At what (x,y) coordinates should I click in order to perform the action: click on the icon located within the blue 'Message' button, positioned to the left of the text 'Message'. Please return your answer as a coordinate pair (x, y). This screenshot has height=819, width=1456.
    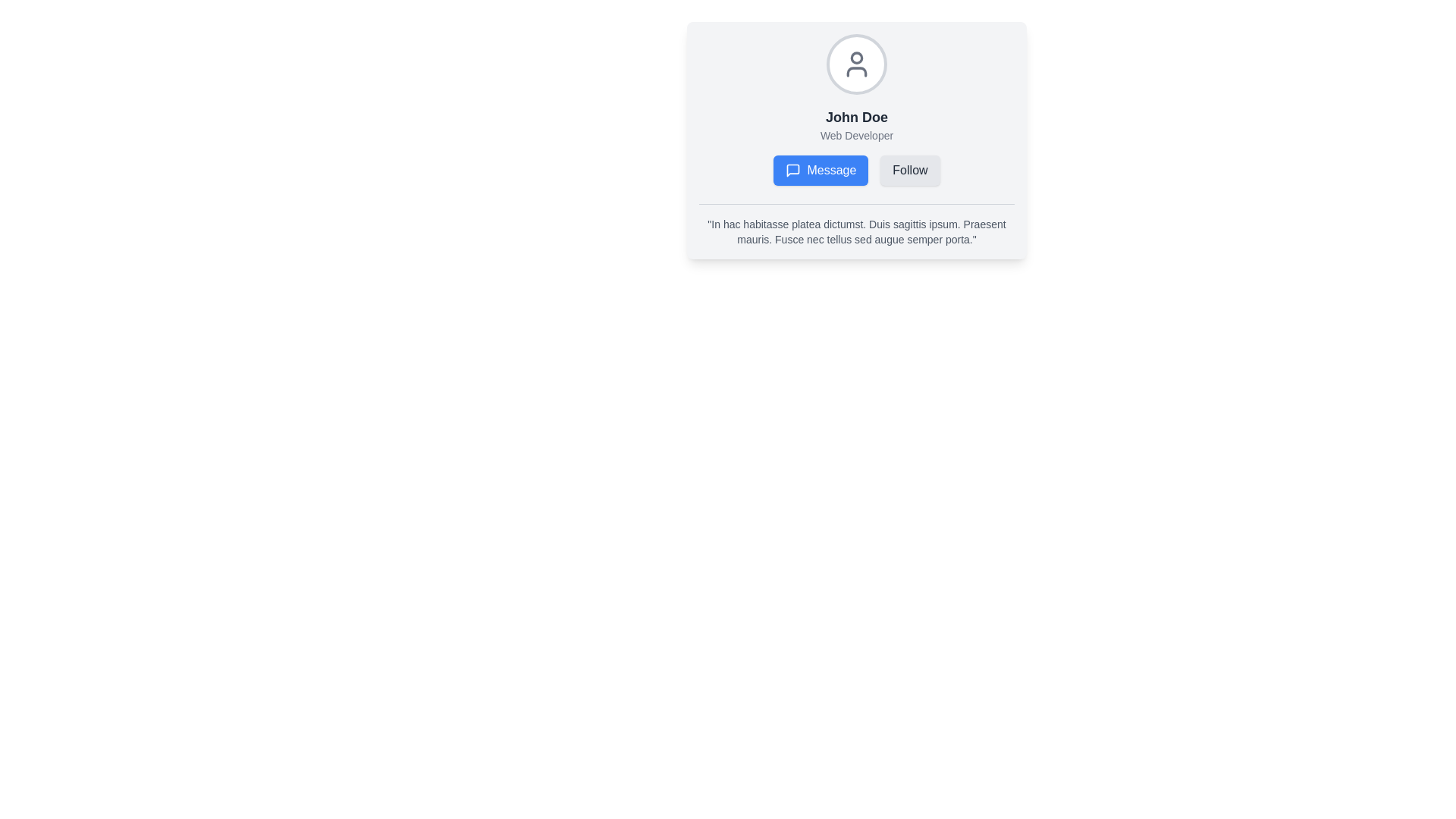
    Looking at the image, I should click on (792, 170).